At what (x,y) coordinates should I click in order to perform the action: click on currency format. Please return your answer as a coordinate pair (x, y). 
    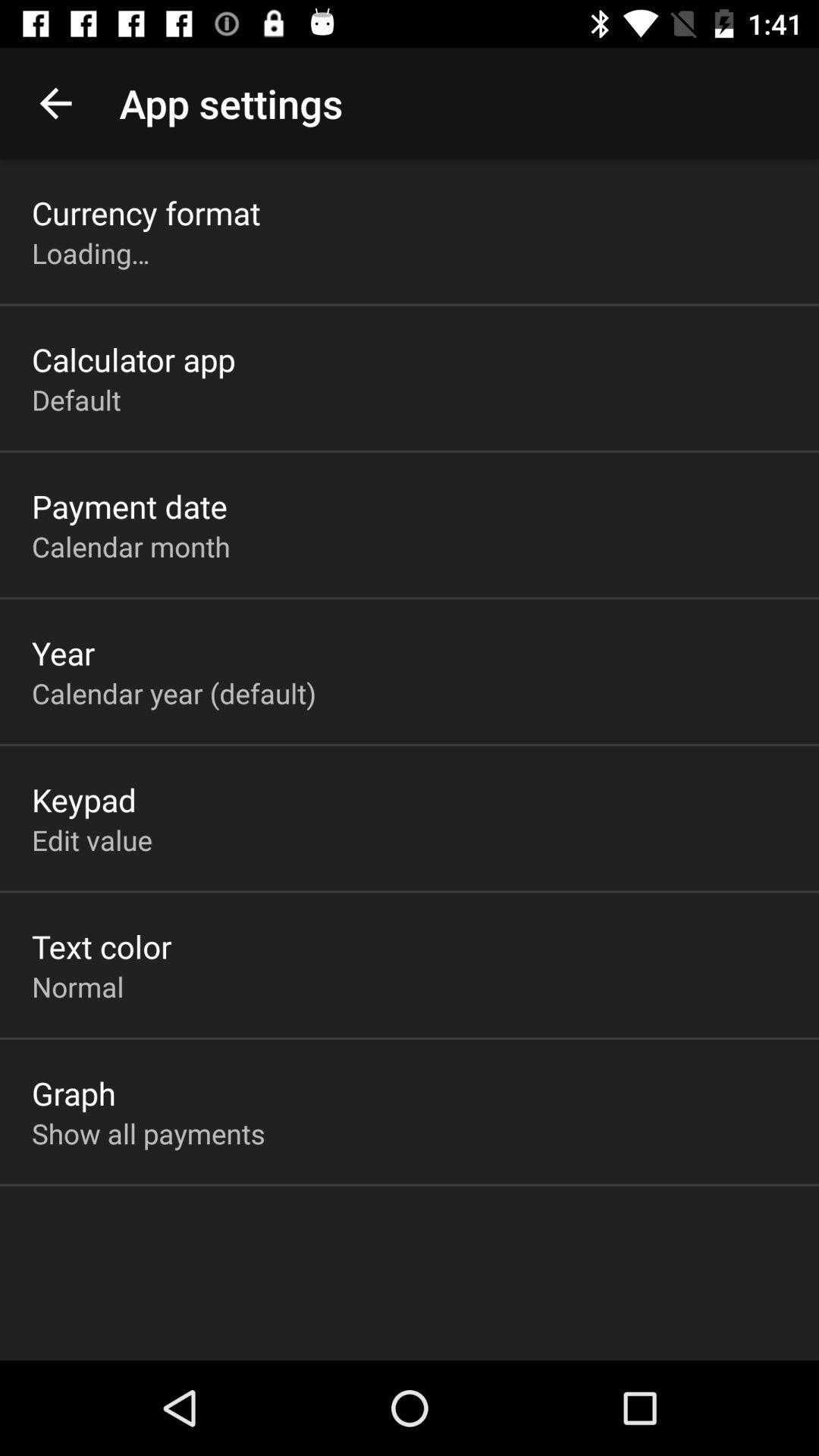
    Looking at the image, I should click on (146, 212).